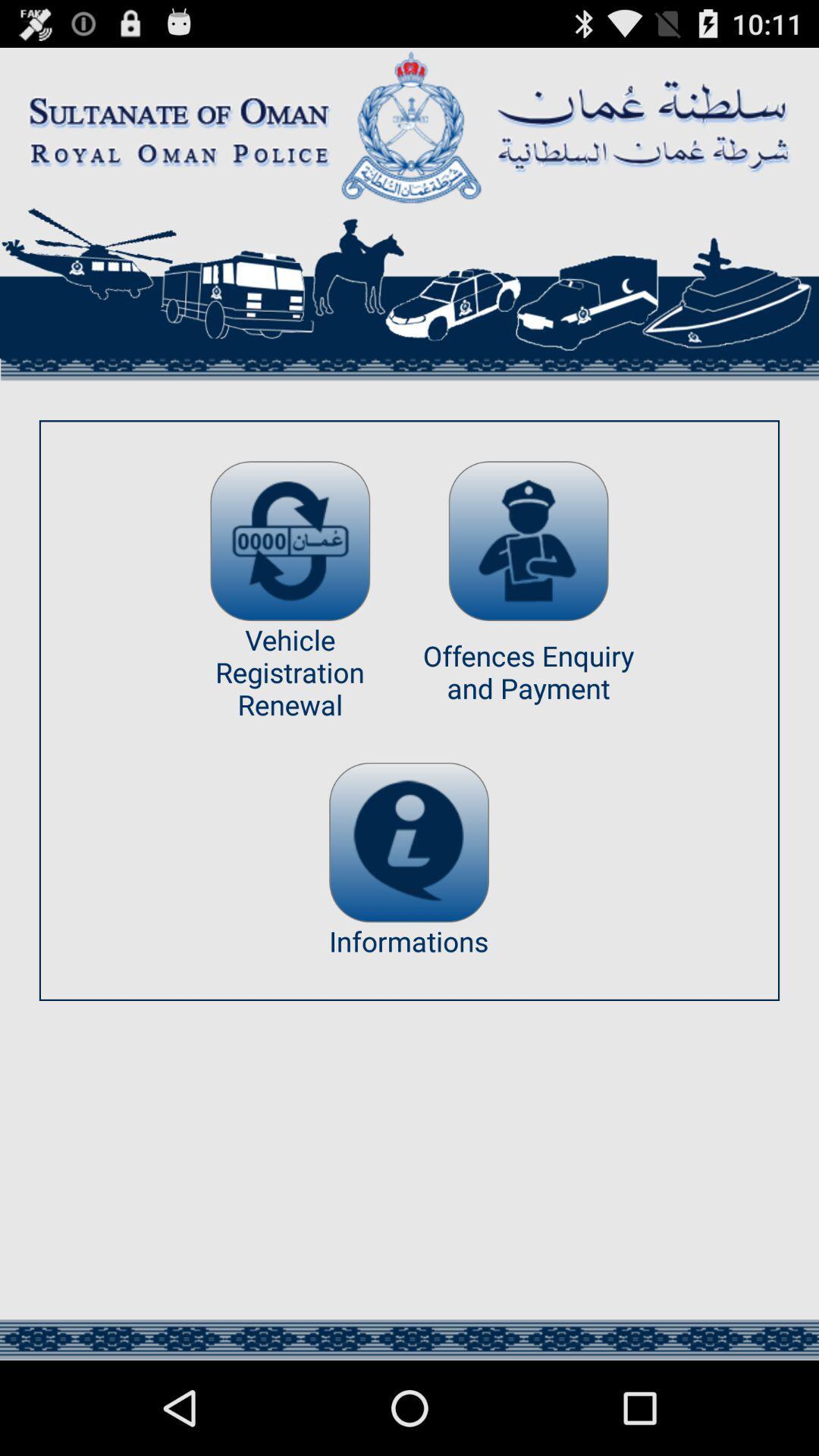  What do you see at coordinates (290, 541) in the screenshot?
I see `shift option` at bounding box center [290, 541].